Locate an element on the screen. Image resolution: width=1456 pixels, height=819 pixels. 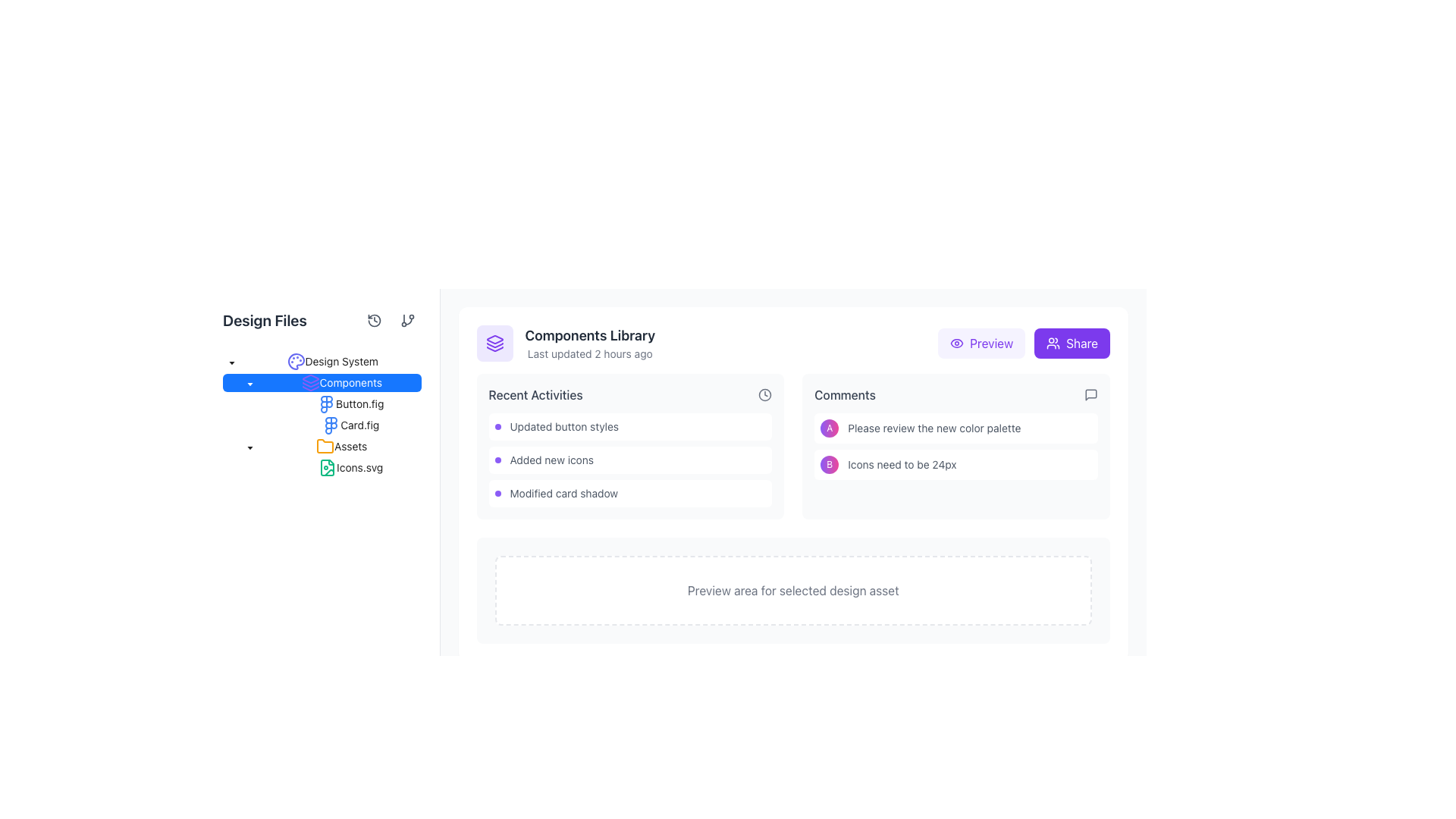
the preview button located in the top-right section of the component library interface, positioned to the left of the 'Share' button is located at coordinates (981, 343).